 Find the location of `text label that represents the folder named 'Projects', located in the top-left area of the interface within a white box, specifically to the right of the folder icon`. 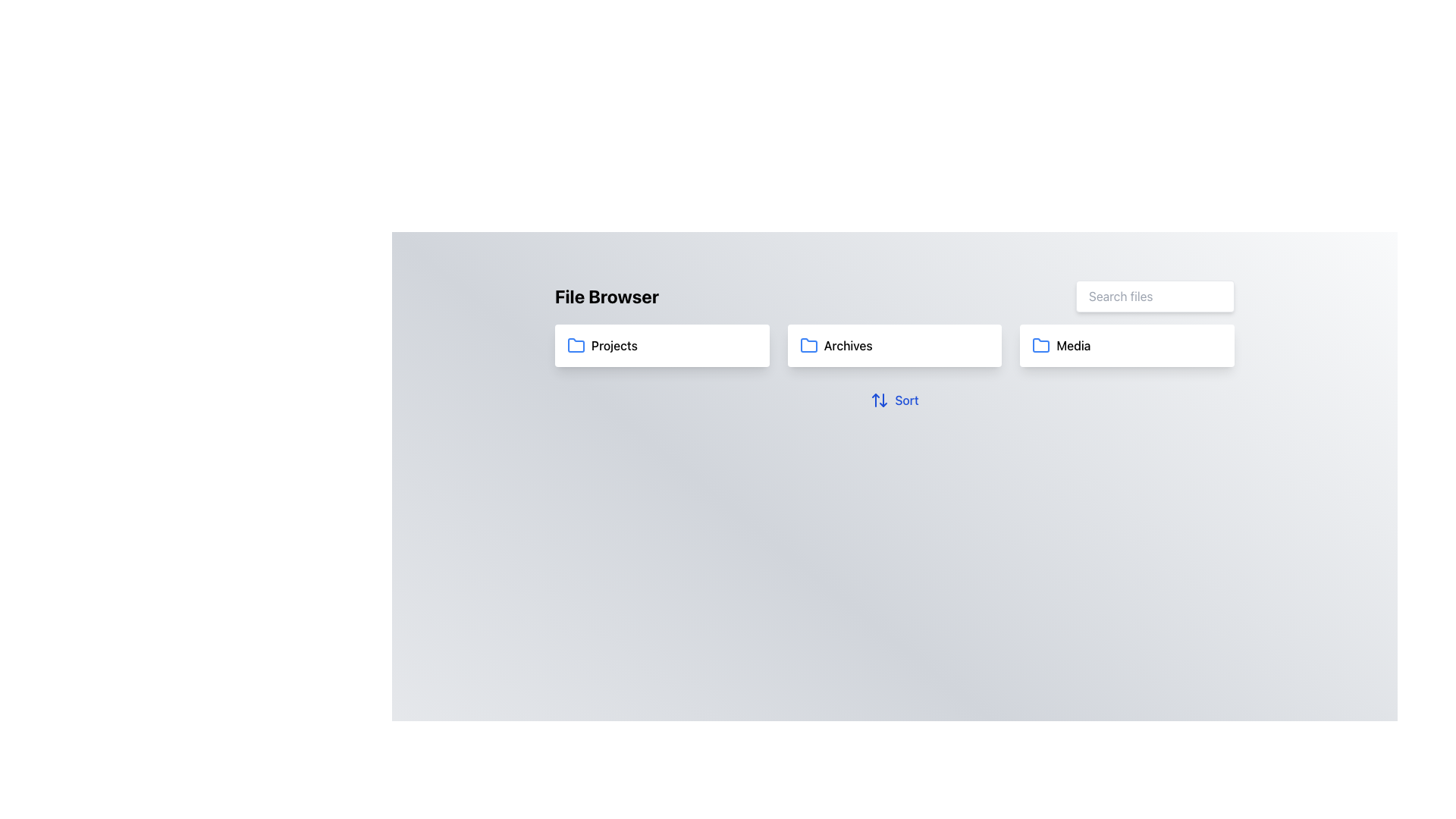

text label that represents the folder named 'Projects', located in the top-left area of the interface within a white box, specifically to the right of the folder icon is located at coordinates (614, 345).